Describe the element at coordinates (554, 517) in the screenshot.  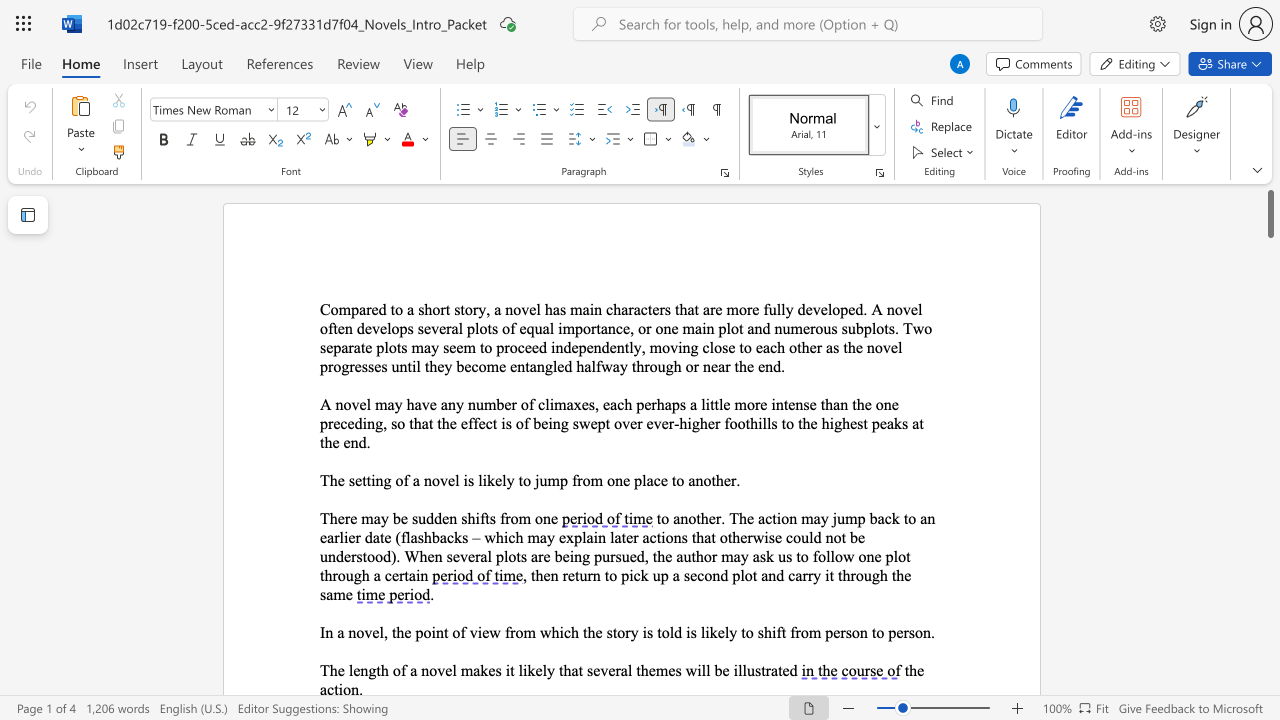
I see `the 5th character "e" in the text` at that location.